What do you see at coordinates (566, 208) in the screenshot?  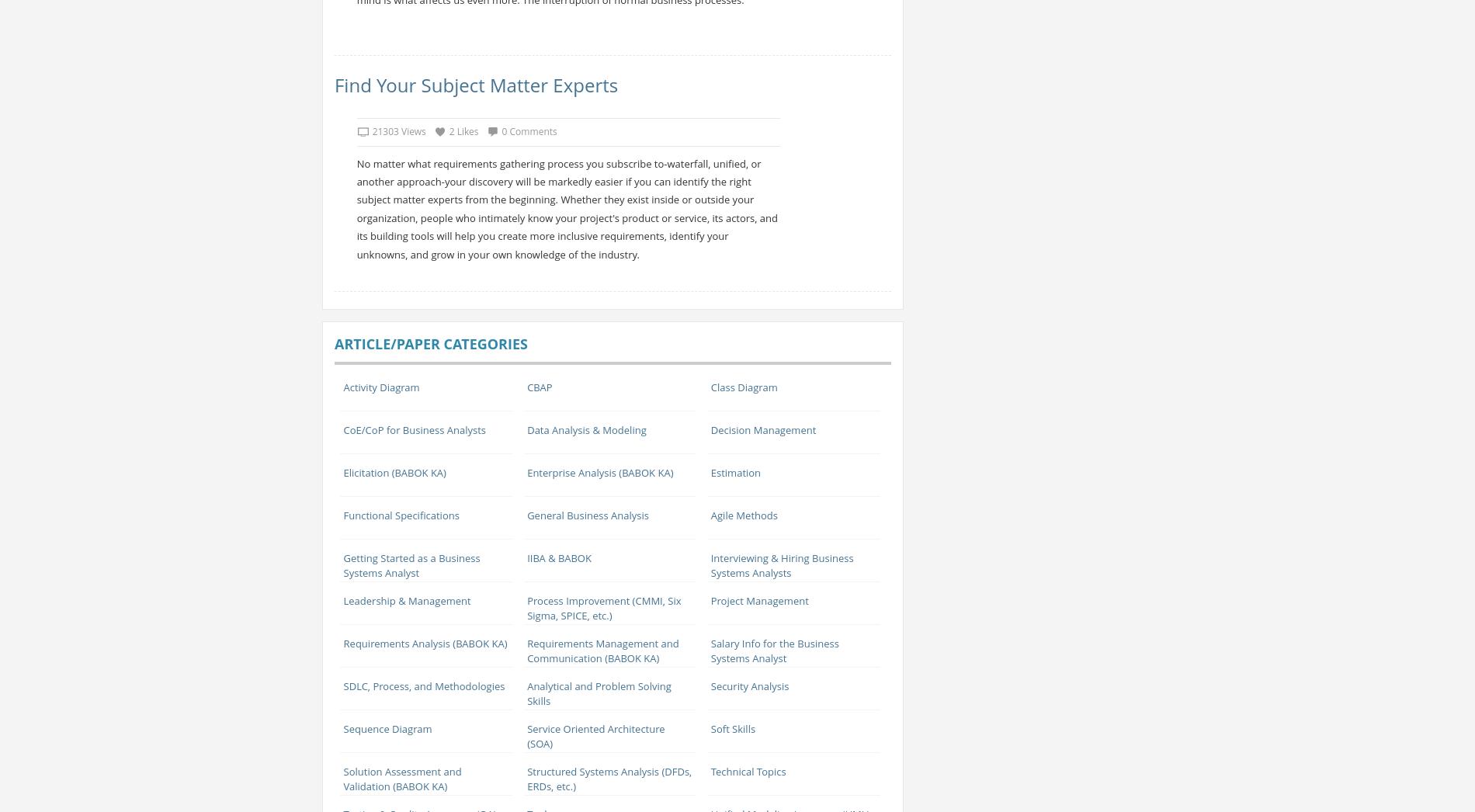 I see `'No matter what requirements gathering process you subscribe to-waterfall, unified, or another approach-your discovery will be markedly easier if you can identify the right subject matter experts from the beginning. Whether they exist inside or outside your organization, people who intimately know your project's product or service, its actors, and its building tools will help you create more inclusive requirements, identify your unknowns, and grow in your own knowledge of the industry.'` at bounding box center [566, 208].